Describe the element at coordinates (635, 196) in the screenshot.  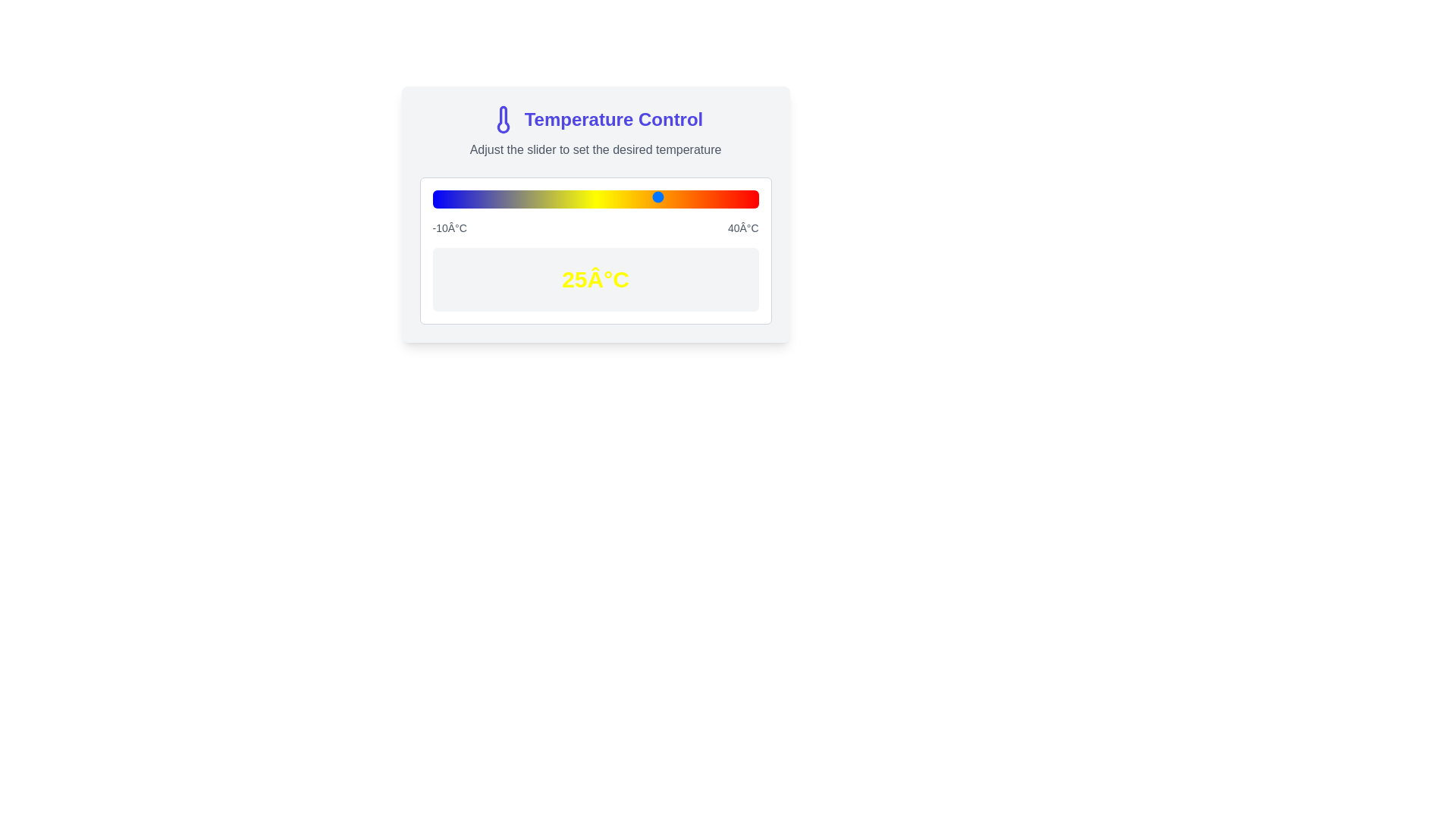
I see `the slider to set the temperature to 21°C` at that location.